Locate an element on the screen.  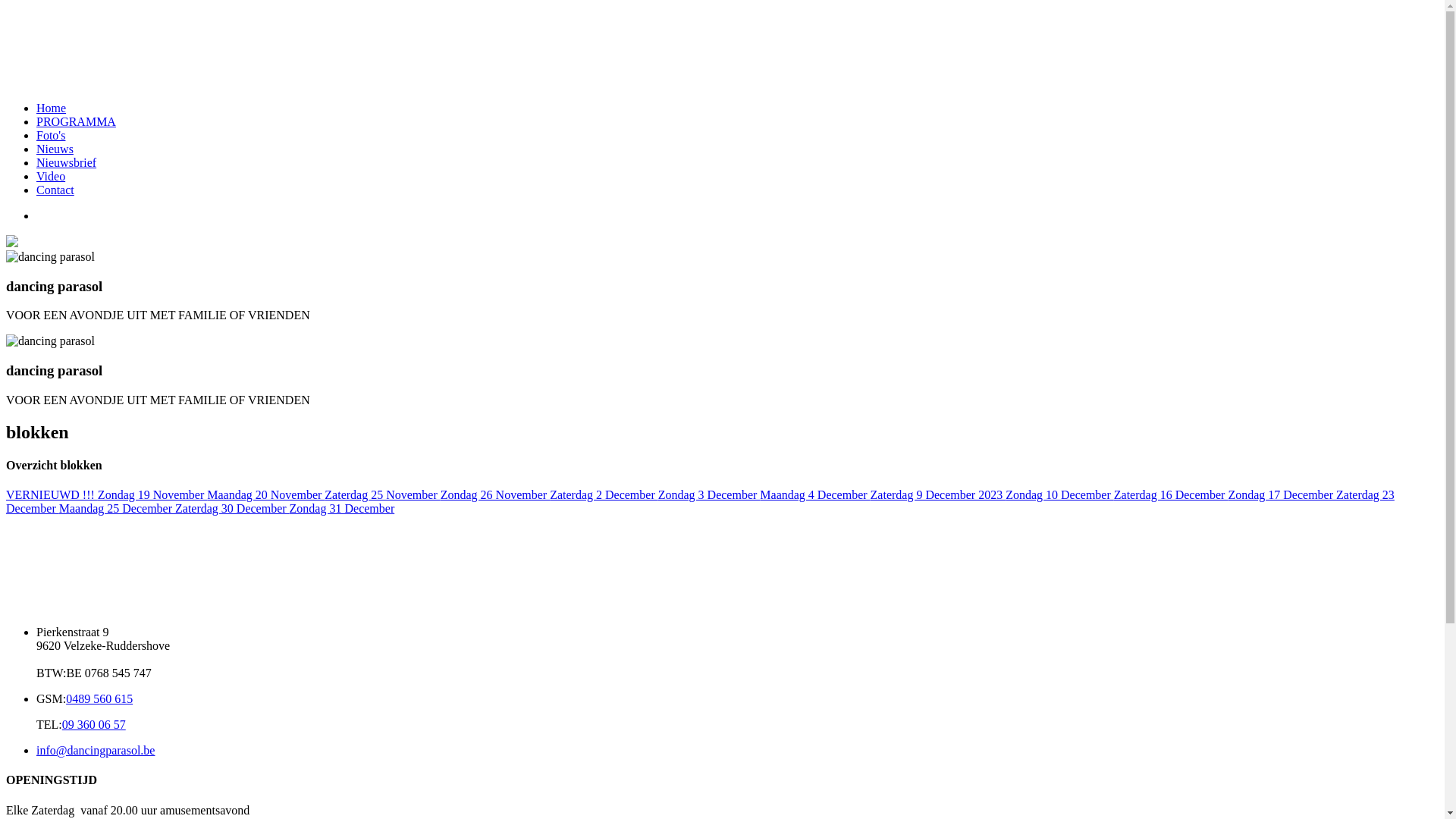
'Zondag 17 December' is located at coordinates (1281, 494).